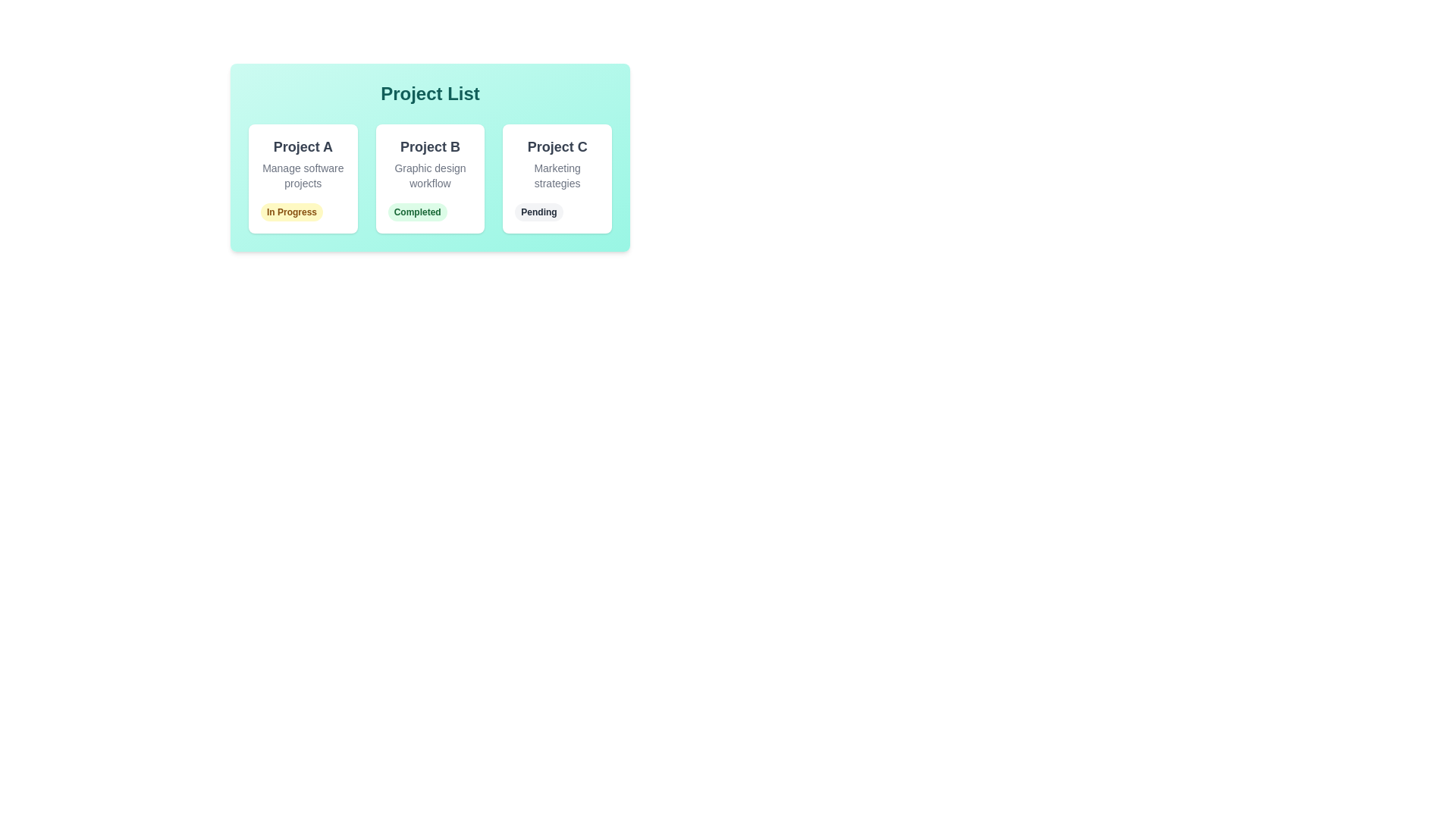 Image resolution: width=1456 pixels, height=819 pixels. Describe the element at coordinates (417, 212) in the screenshot. I see `the status label of Project B` at that location.